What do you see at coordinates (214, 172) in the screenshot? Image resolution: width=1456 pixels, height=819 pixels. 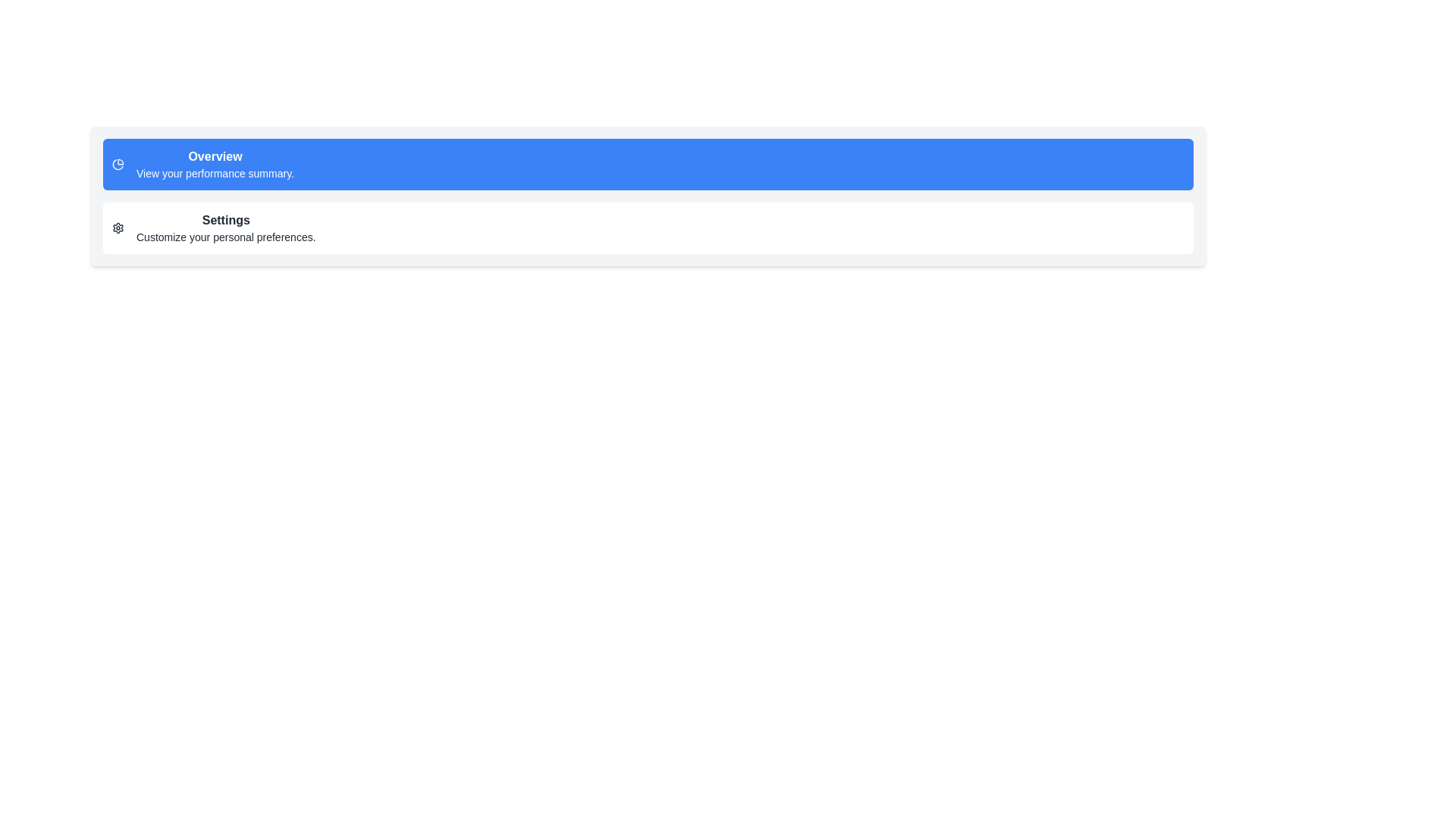 I see `the descriptive text element located directly under the 'Overview' section in the blue section at the top of the interface` at bounding box center [214, 172].